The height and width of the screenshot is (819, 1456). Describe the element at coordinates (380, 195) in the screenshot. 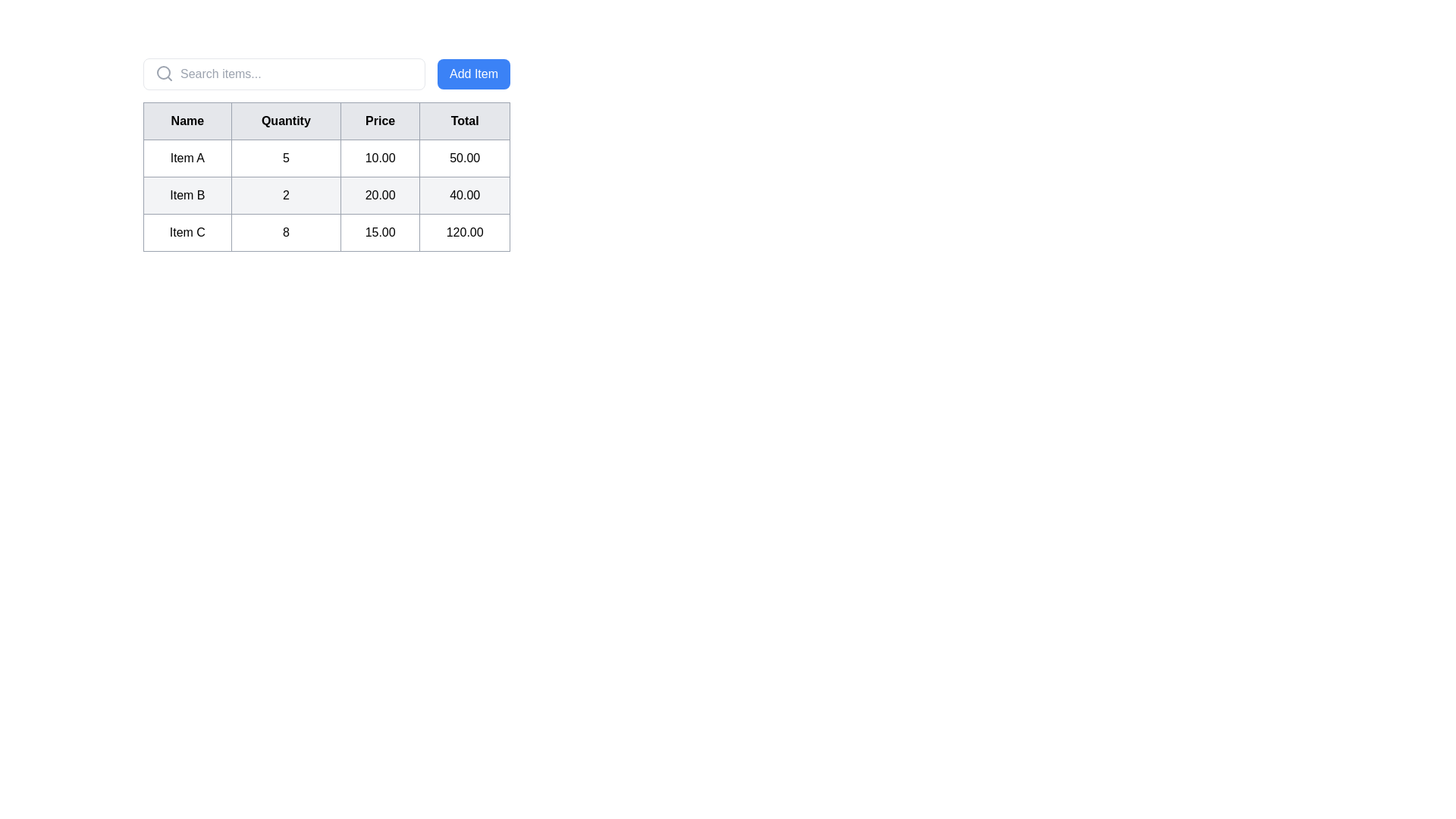

I see `the price label for Item B located in the second row and third column of the table, which displays the numeric value used for total cost calculation` at that location.